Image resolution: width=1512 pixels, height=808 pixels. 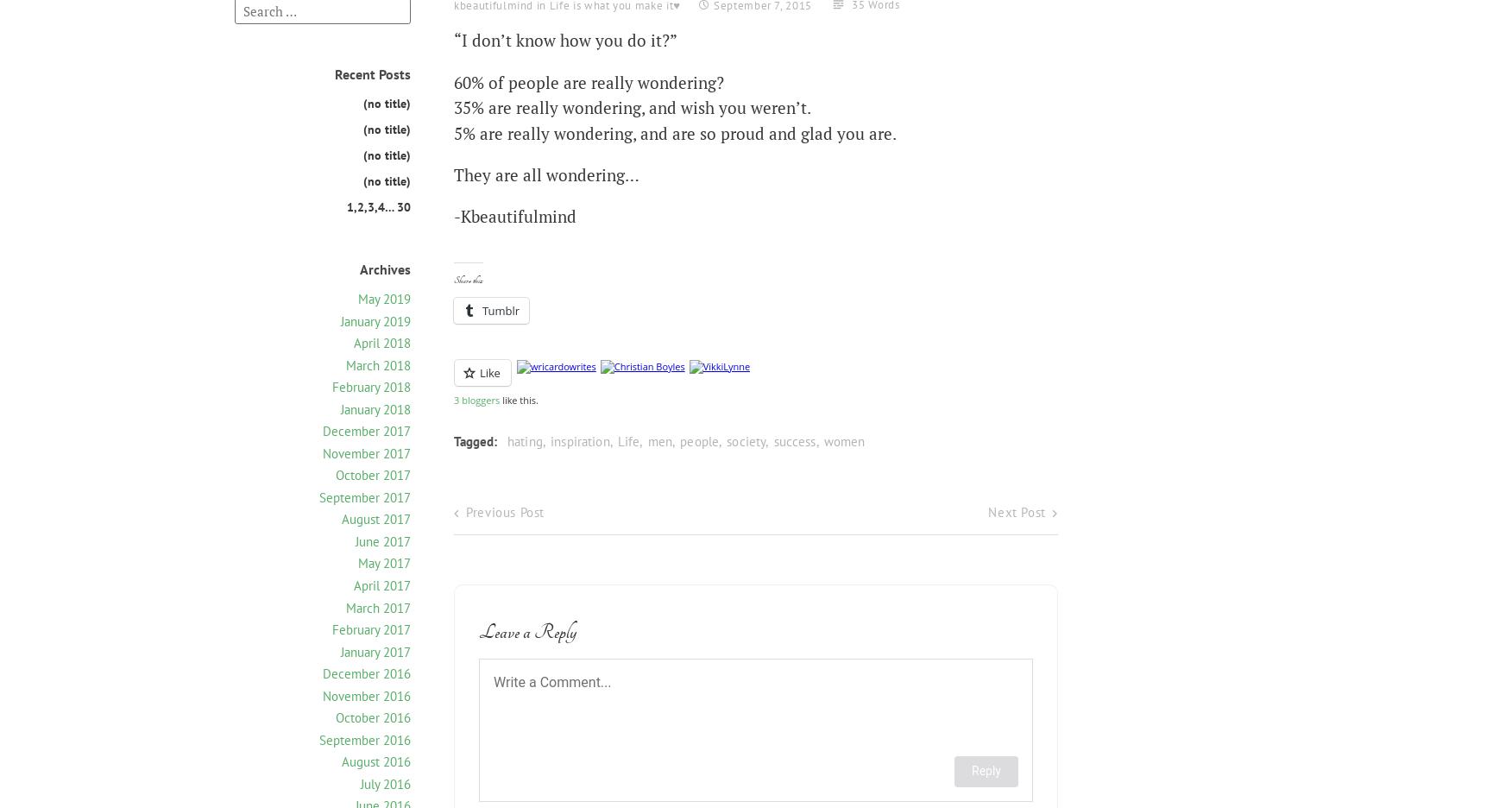 What do you see at coordinates (366, 673) in the screenshot?
I see `'December 2016'` at bounding box center [366, 673].